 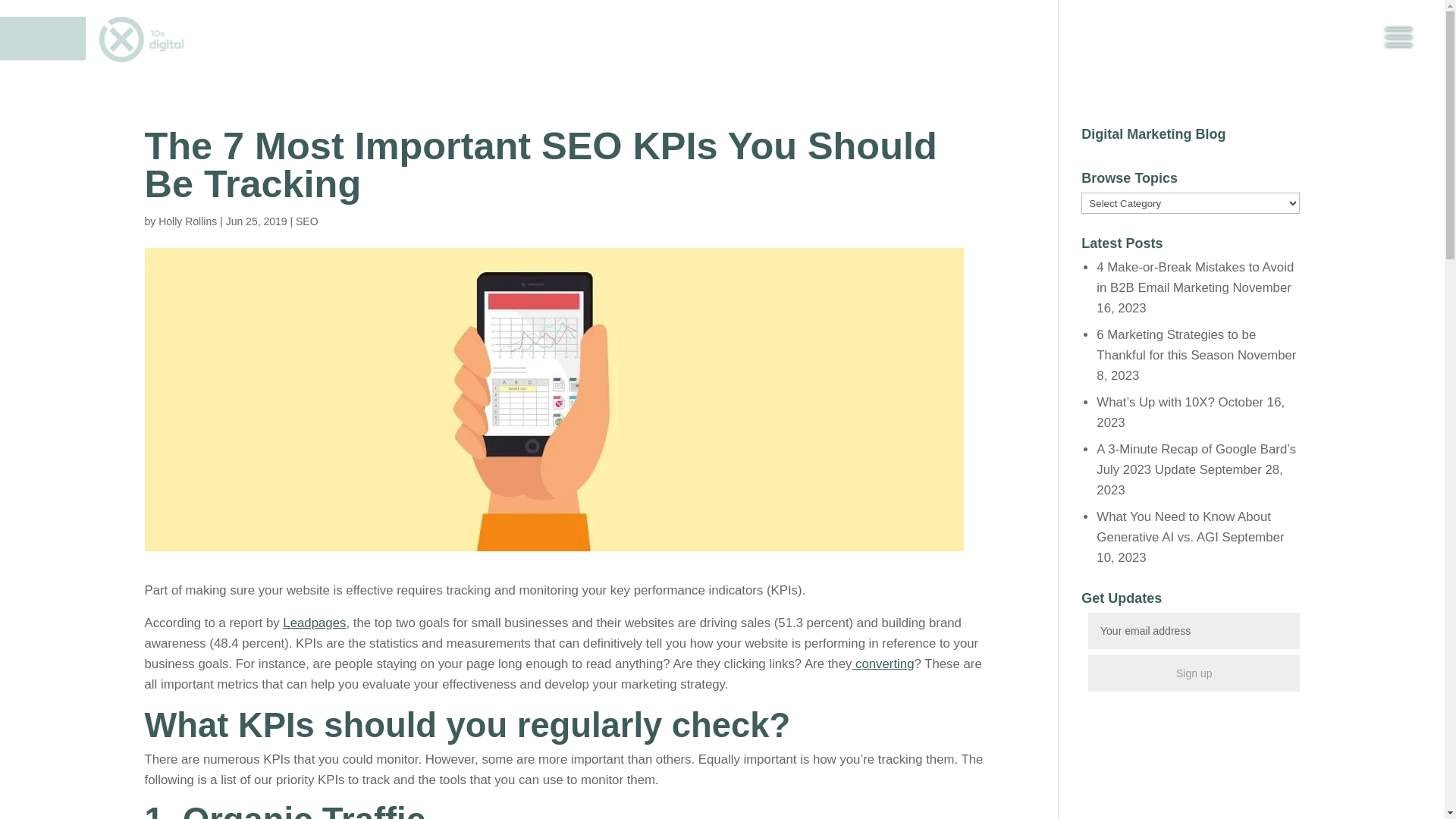 What do you see at coordinates (1193, 672) in the screenshot?
I see `'Sign up'` at bounding box center [1193, 672].